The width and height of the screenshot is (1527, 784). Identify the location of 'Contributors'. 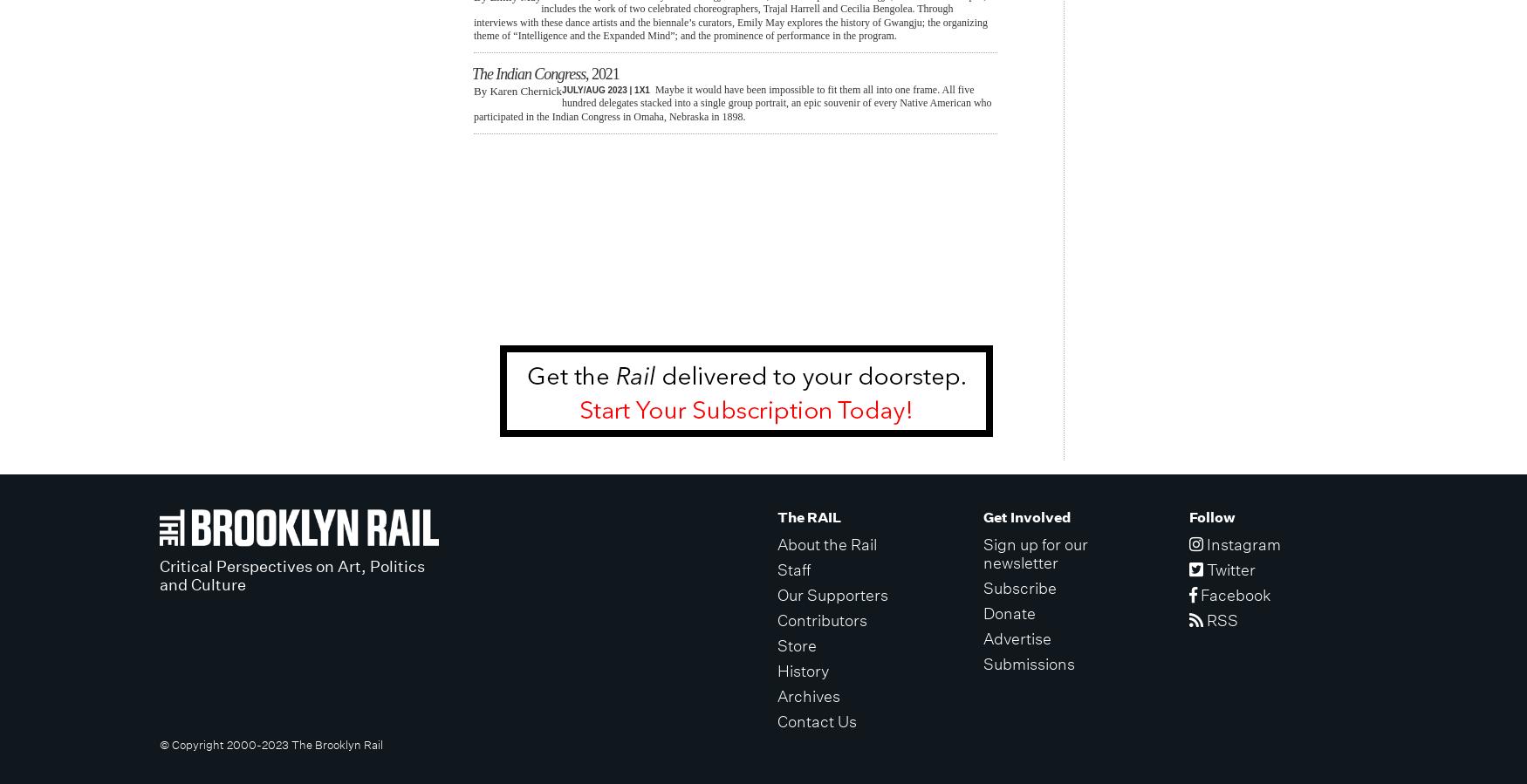
(822, 618).